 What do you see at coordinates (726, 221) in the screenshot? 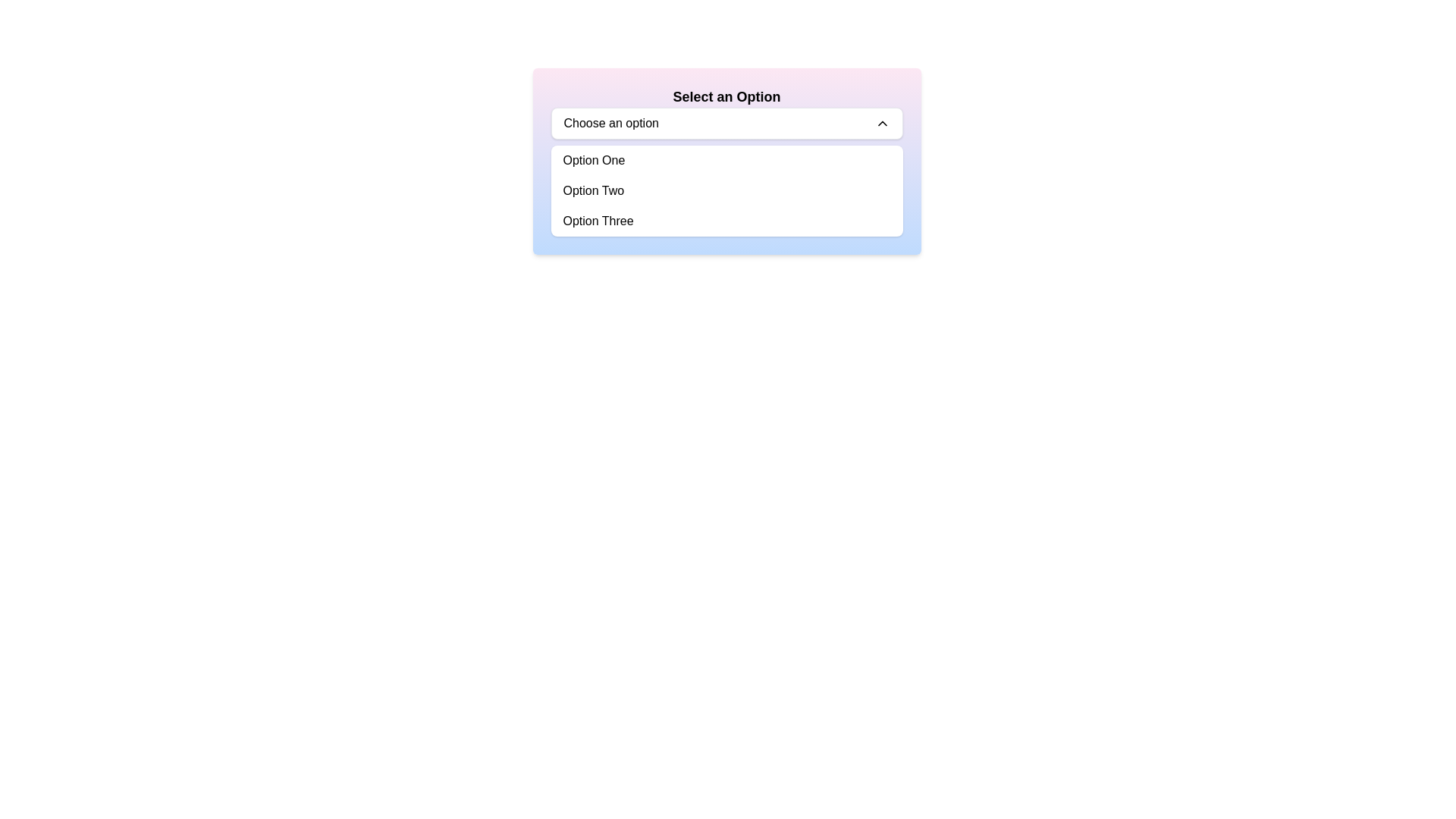
I see `the third option in the dropdown menu labeled 'Select an Option'` at bounding box center [726, 221].